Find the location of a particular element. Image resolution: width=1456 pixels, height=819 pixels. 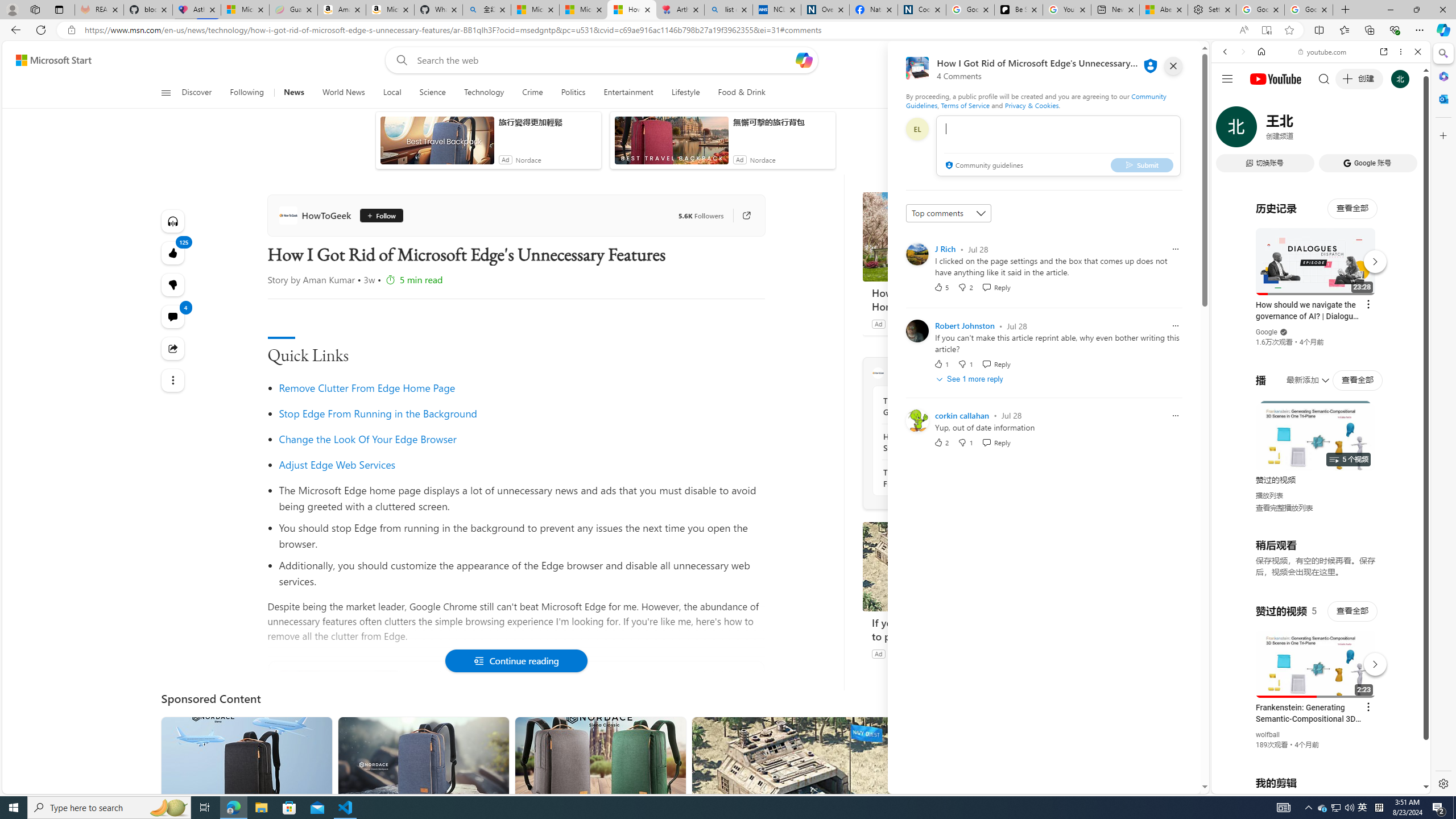

'Personal Profile' is located at coordinates (11, 9).